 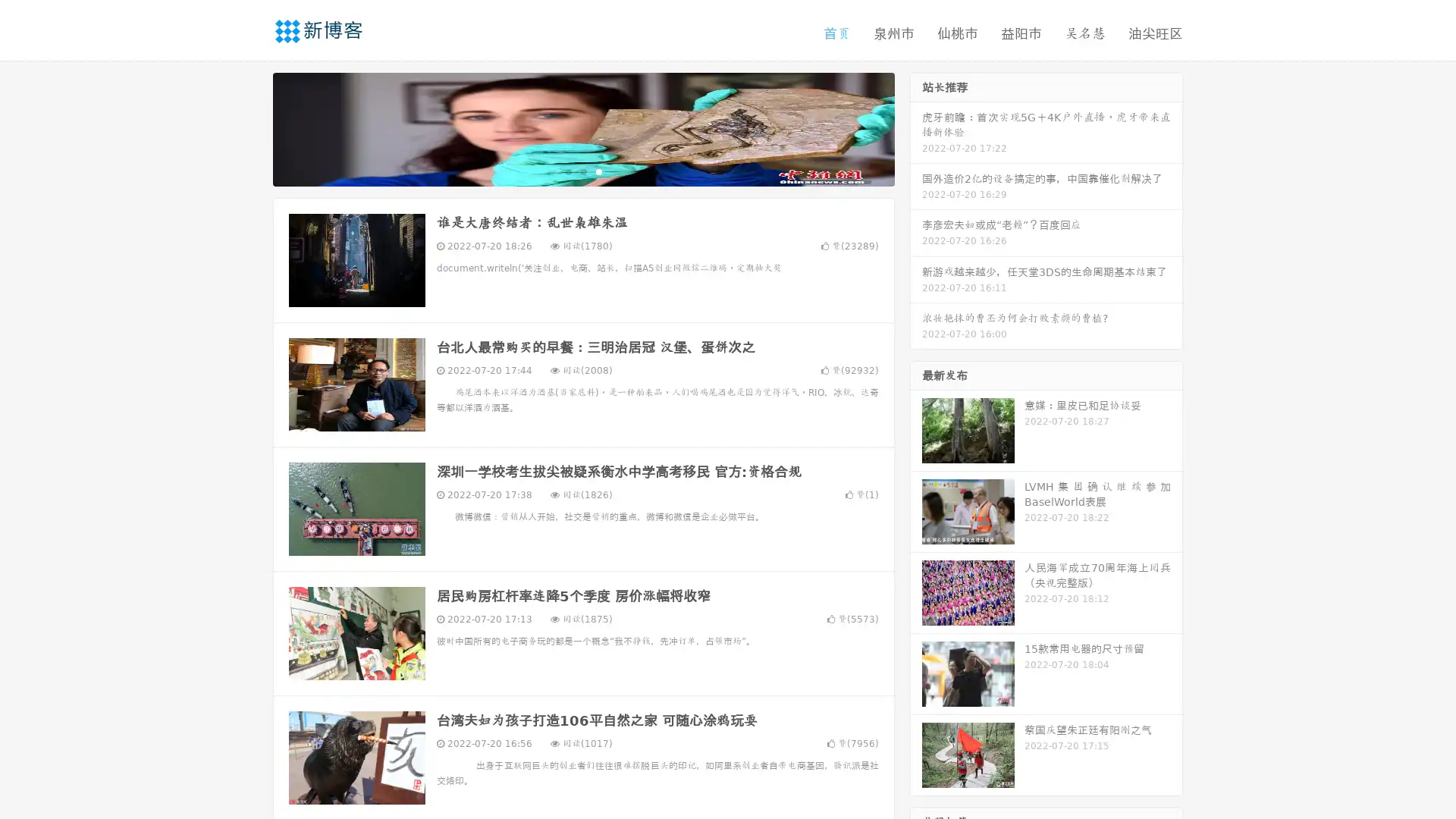 I want to click on Previous slide, so click(x=250, y=127).